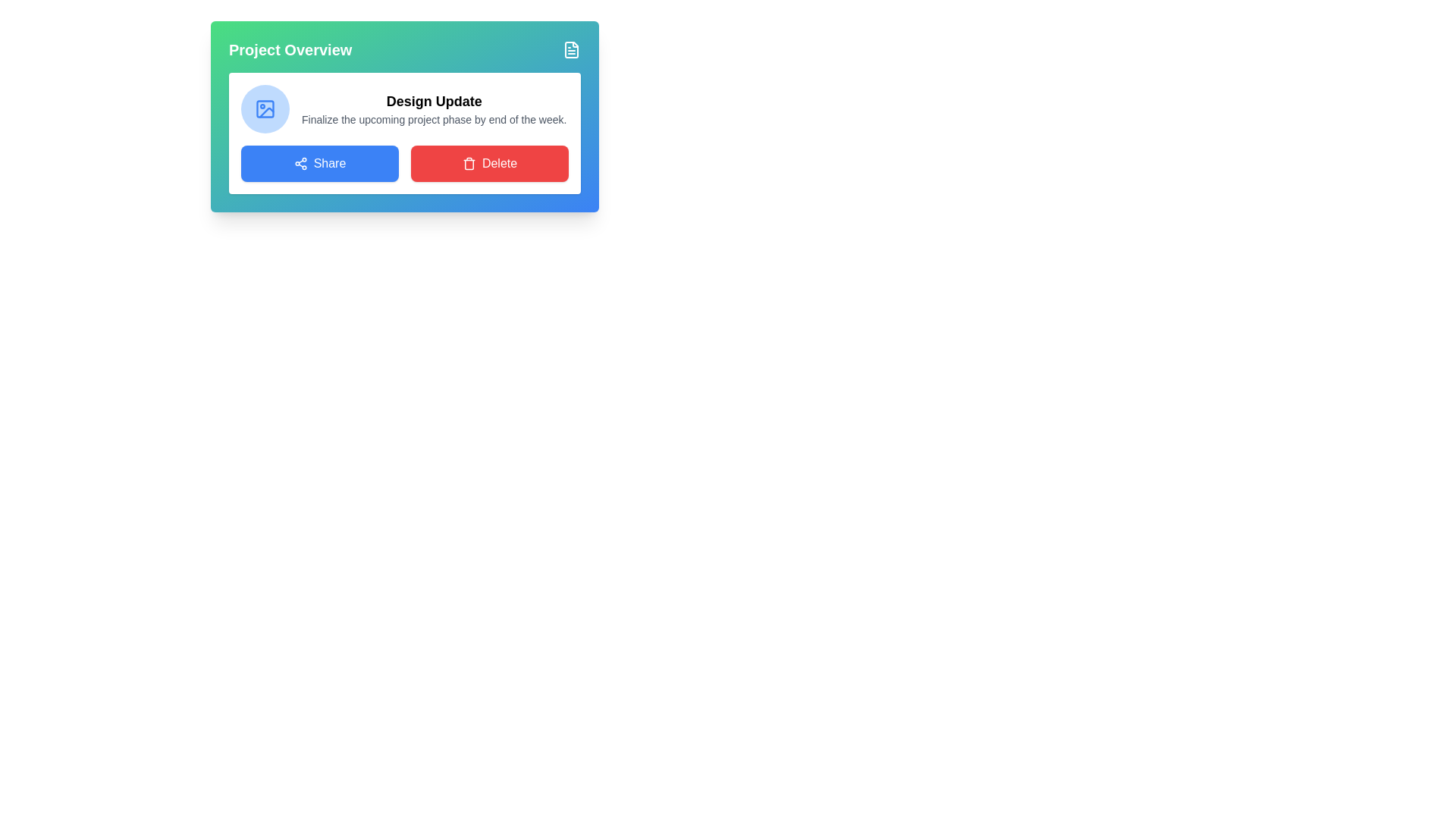  I want to click on the small rectangular document icon with horizontal lines and a folded corner, styled in white on a turquoise background, located at the top-right corner of the 'Project Overview' section, so click(570, 49).